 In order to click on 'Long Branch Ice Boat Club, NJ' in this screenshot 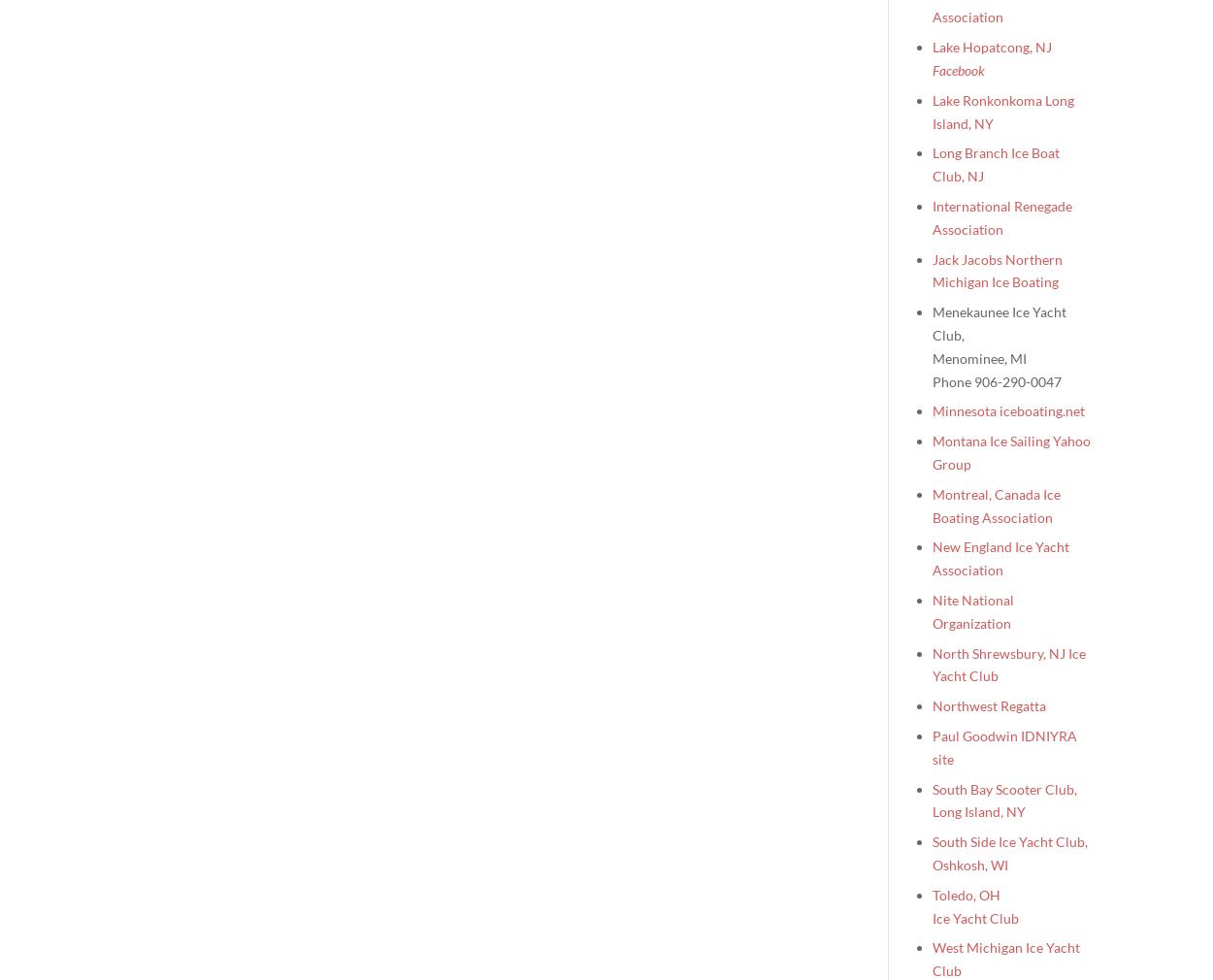, I will do `click(996, 163)`.